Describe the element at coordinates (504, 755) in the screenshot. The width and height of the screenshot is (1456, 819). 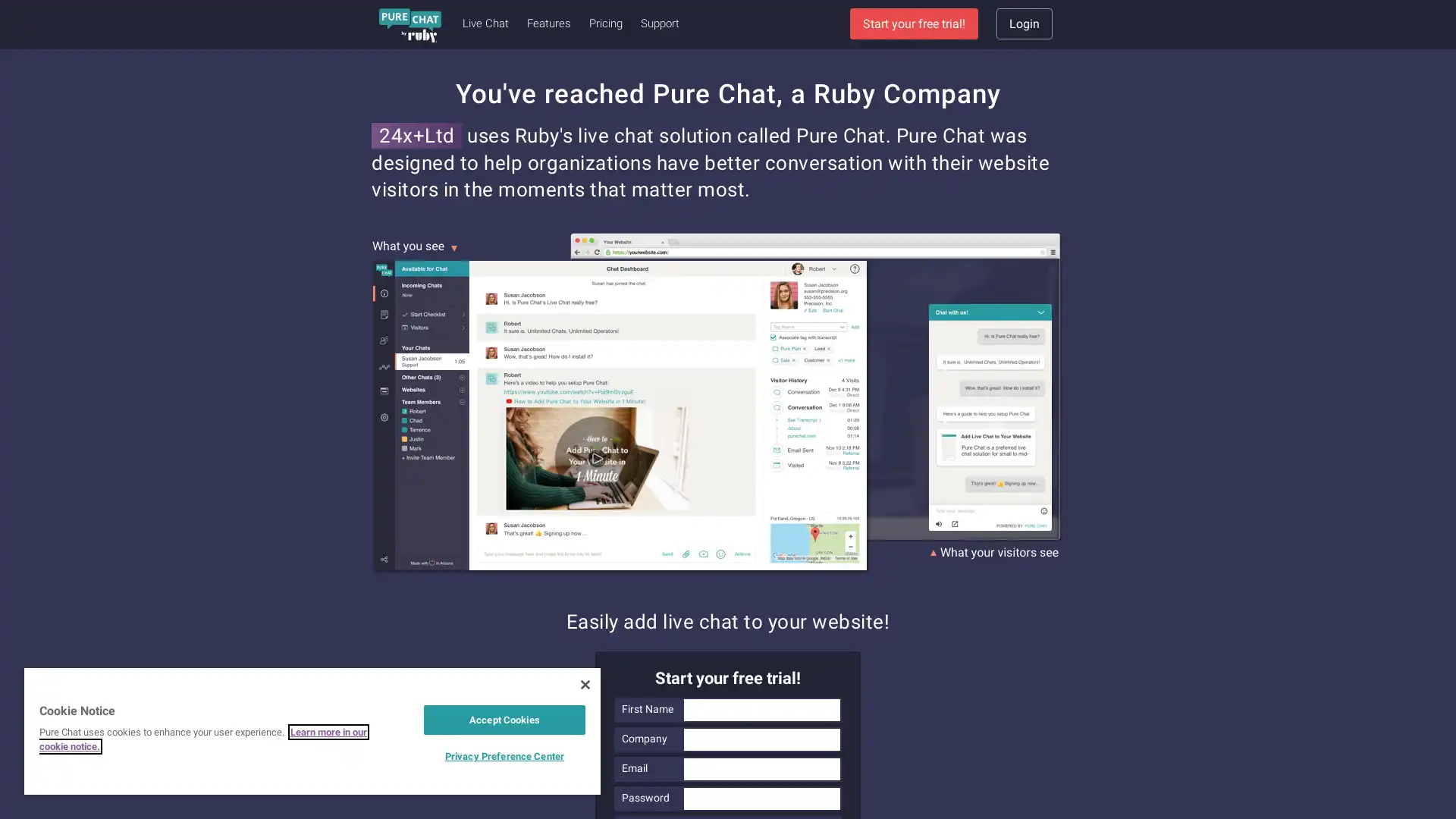
I see `Privacy Preference Center` at that location.